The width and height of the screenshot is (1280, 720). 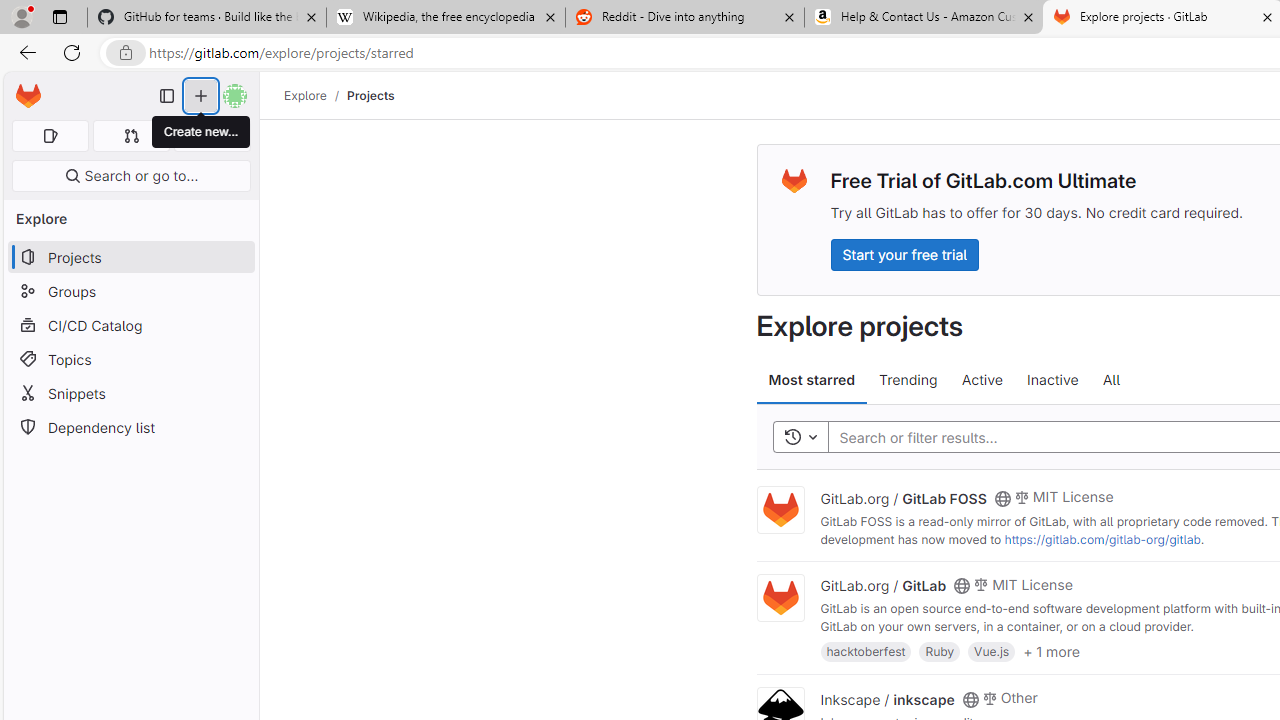 I want to click on 'Inkscape / inkscape', so click(x=886, y=697).